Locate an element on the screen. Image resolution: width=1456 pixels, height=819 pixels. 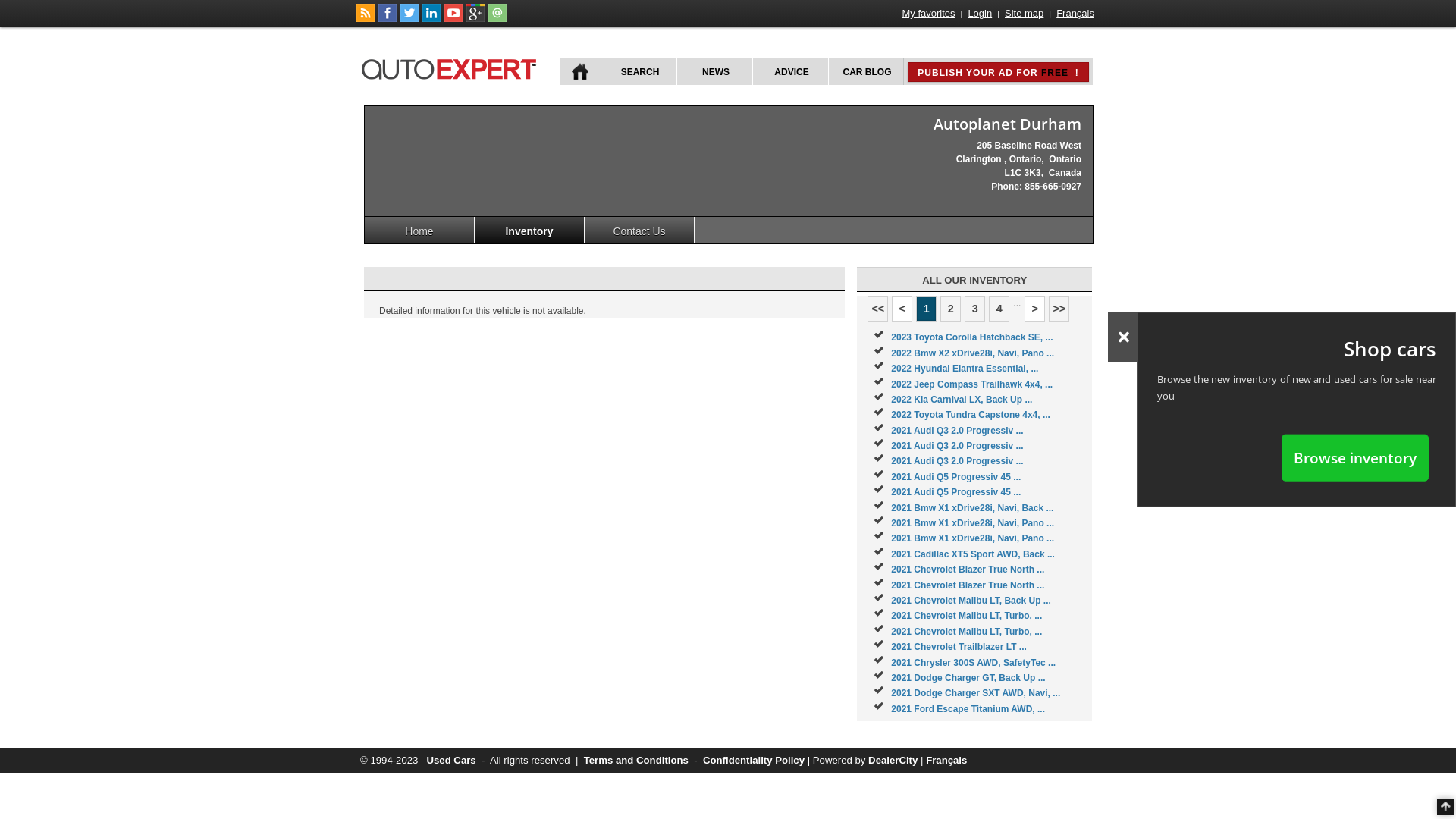
'2021 Dodge Charger SXT AWD, Navi, ...' is located at coordinates (975, 693).